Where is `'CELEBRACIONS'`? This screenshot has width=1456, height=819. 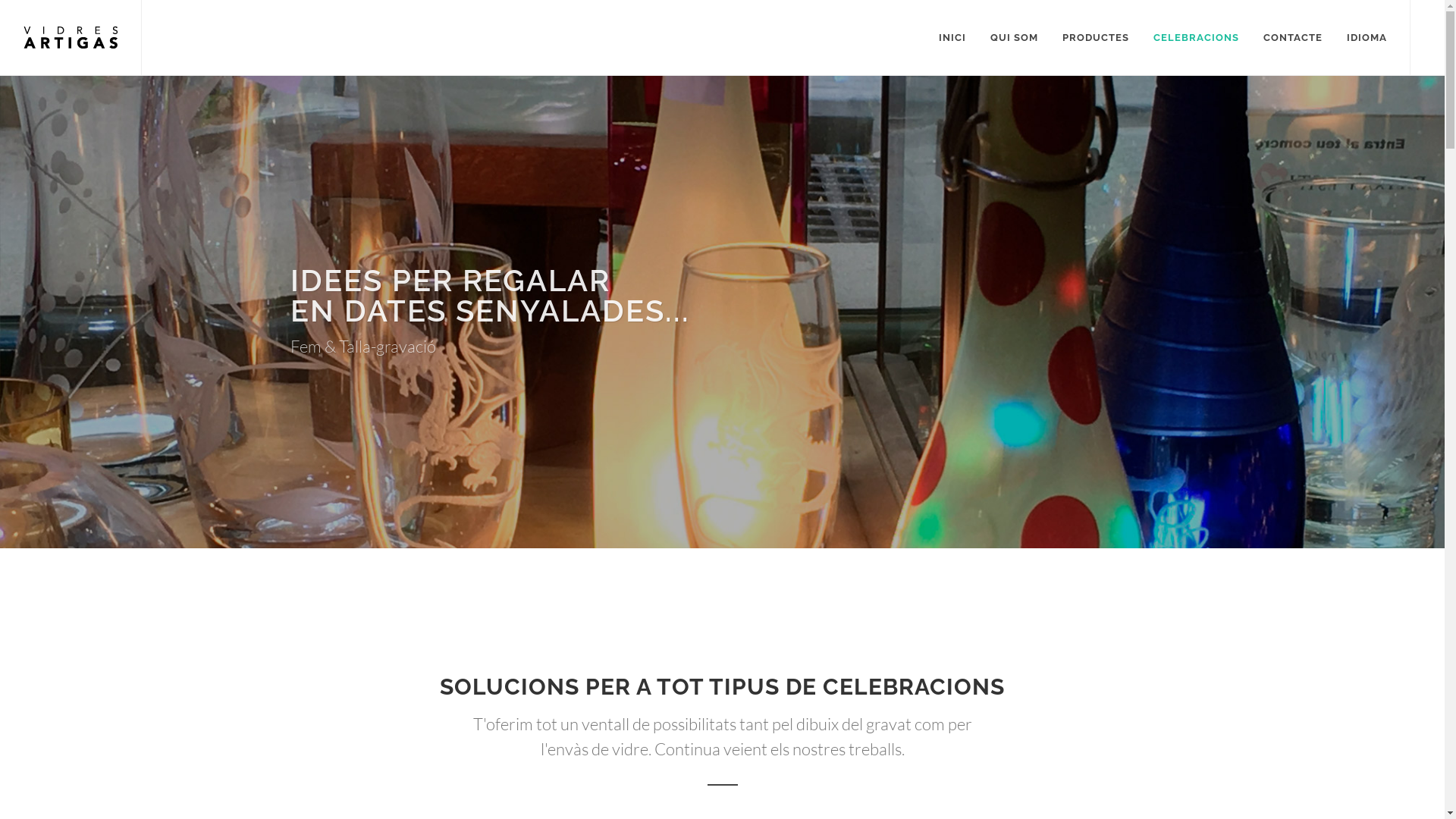
'CELEBRACIONS' is located at coordinates (1195, 37).